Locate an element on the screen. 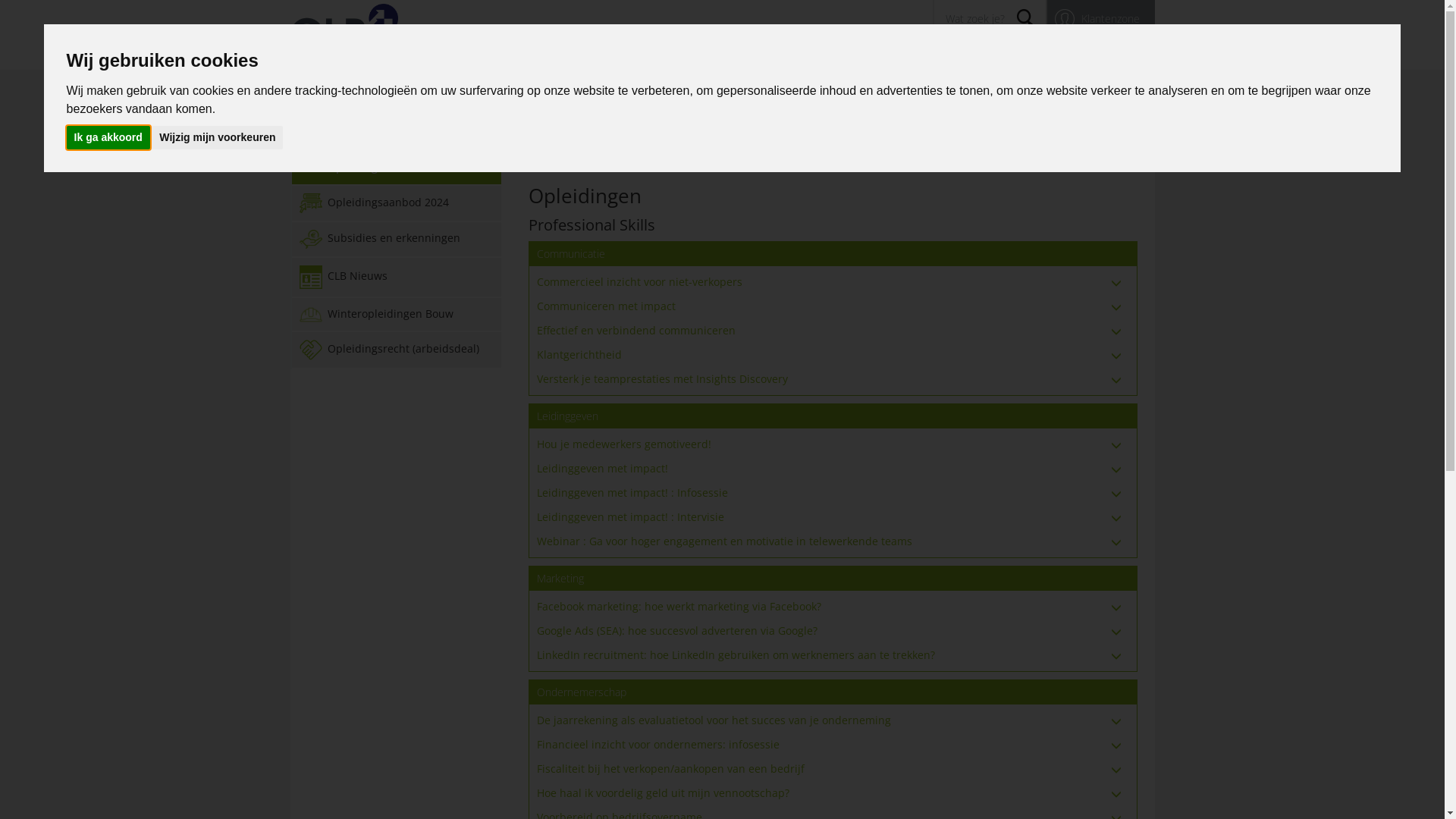 The image size is (1456, 819). 'Subsidies en erkenningen' is located at coordinates (396, 239).